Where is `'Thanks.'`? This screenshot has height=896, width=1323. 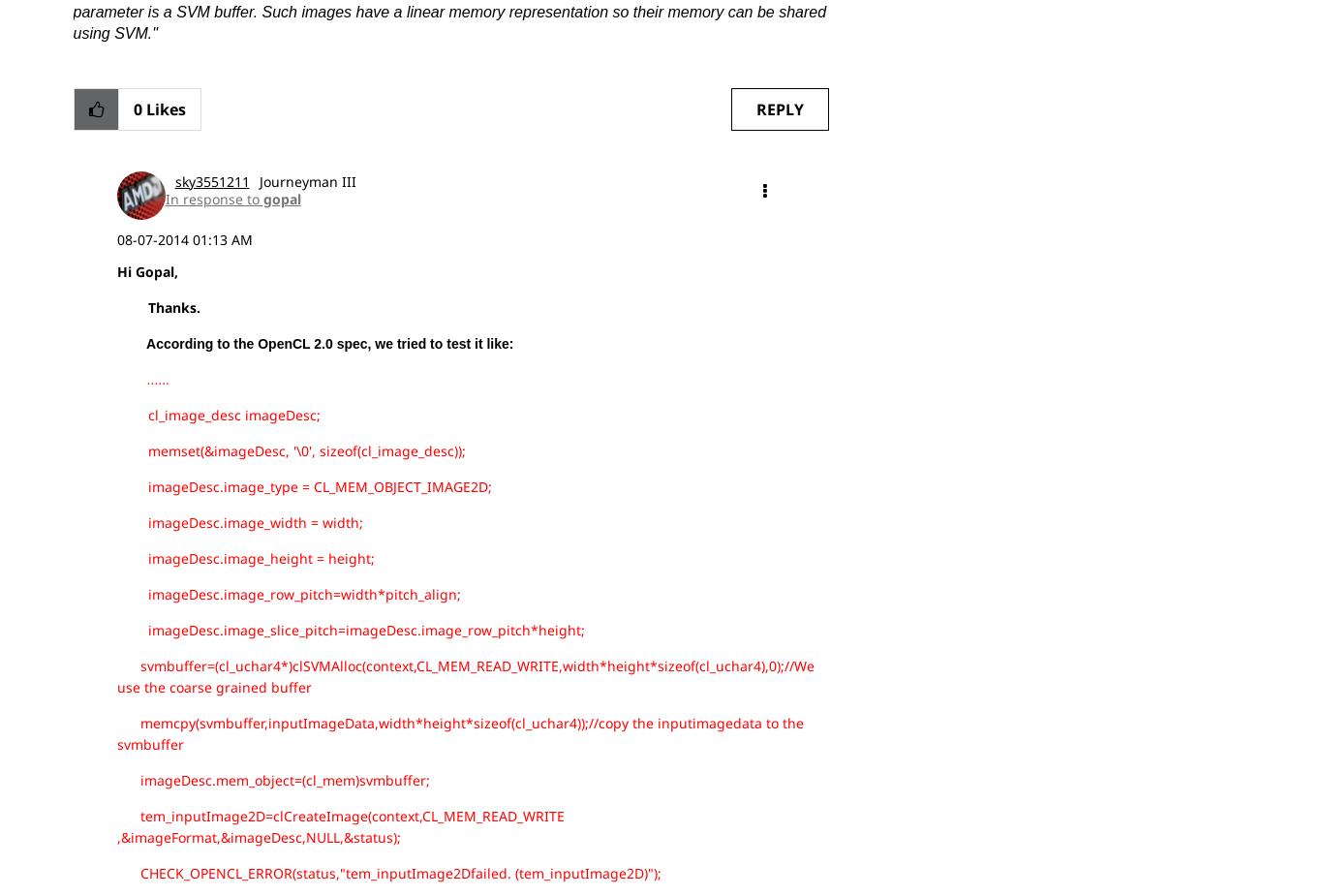
'Thanks.' is located at coordinates (156, 305).